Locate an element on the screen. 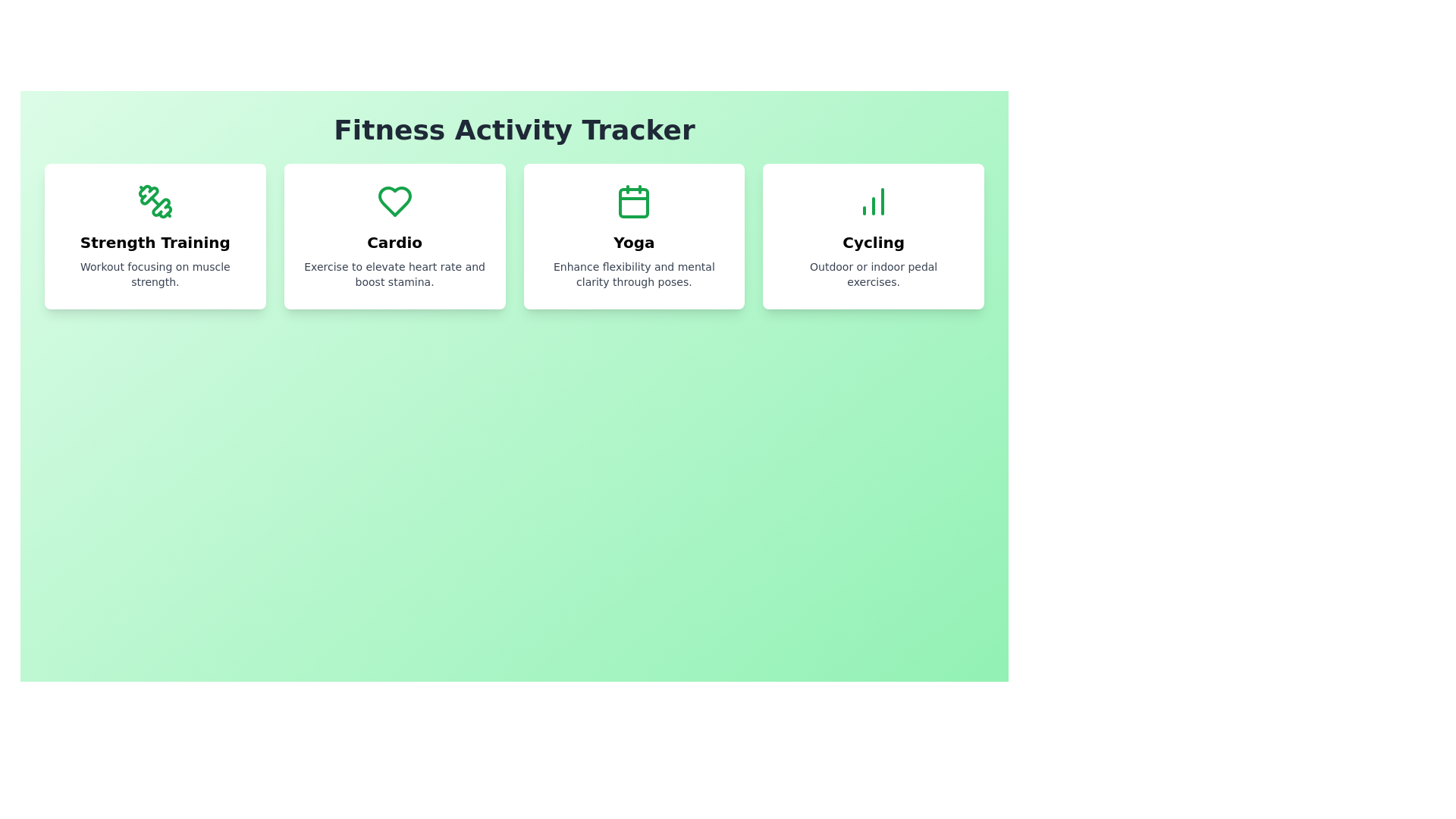 The image size is (1456, 819). text displayed in the text block that says 'Exercise to elevate heart rate and boost stamina.' which is located beneath the title 'Cardio' in a gray font is located at coordinates (394, 275).